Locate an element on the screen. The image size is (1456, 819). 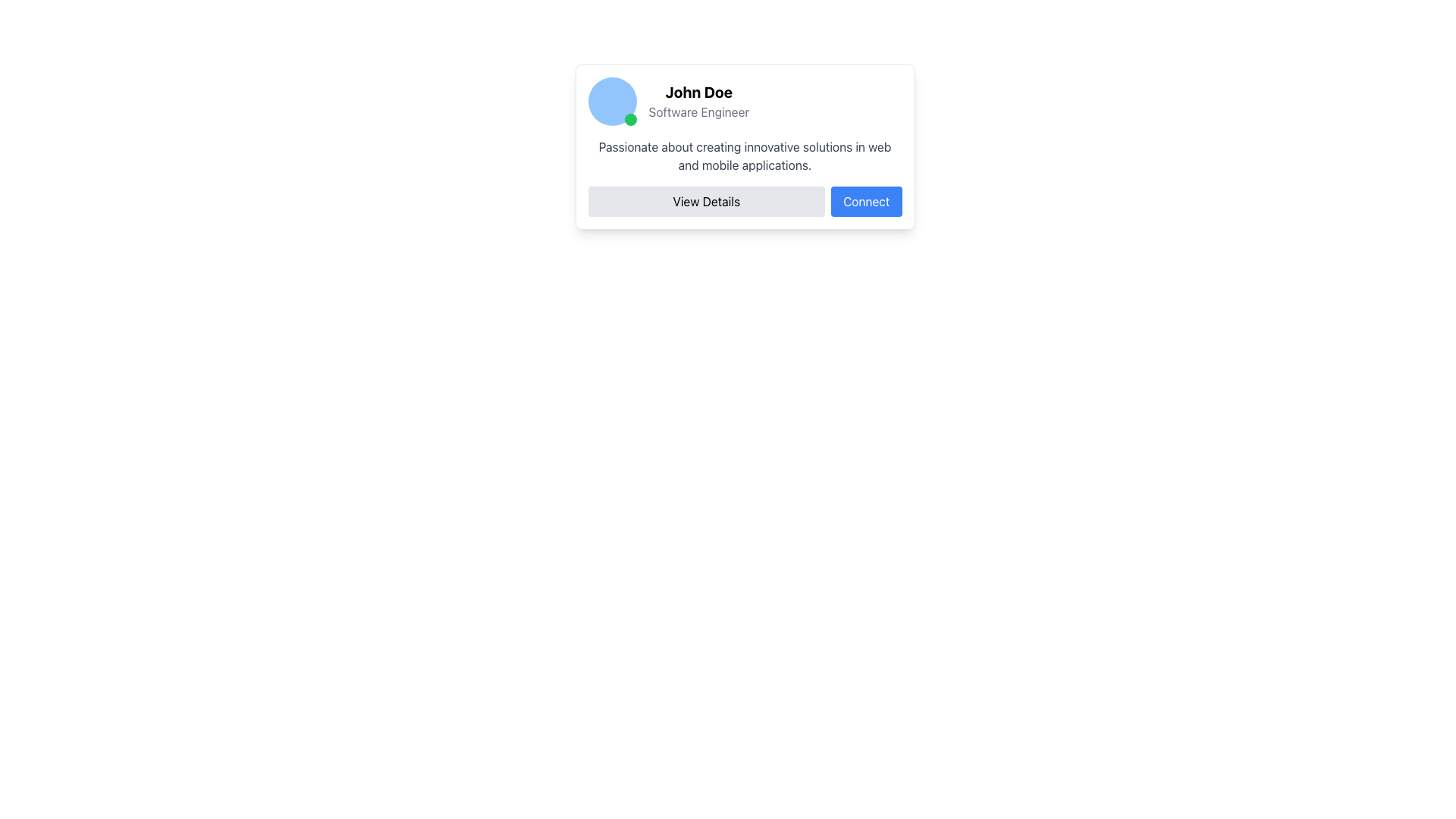
the text label displaying the name and job title of the individual associated with the profile, which is located to the right of the circular avatar image in the upper middle section of the contact card is located at coordinates (698, 102).